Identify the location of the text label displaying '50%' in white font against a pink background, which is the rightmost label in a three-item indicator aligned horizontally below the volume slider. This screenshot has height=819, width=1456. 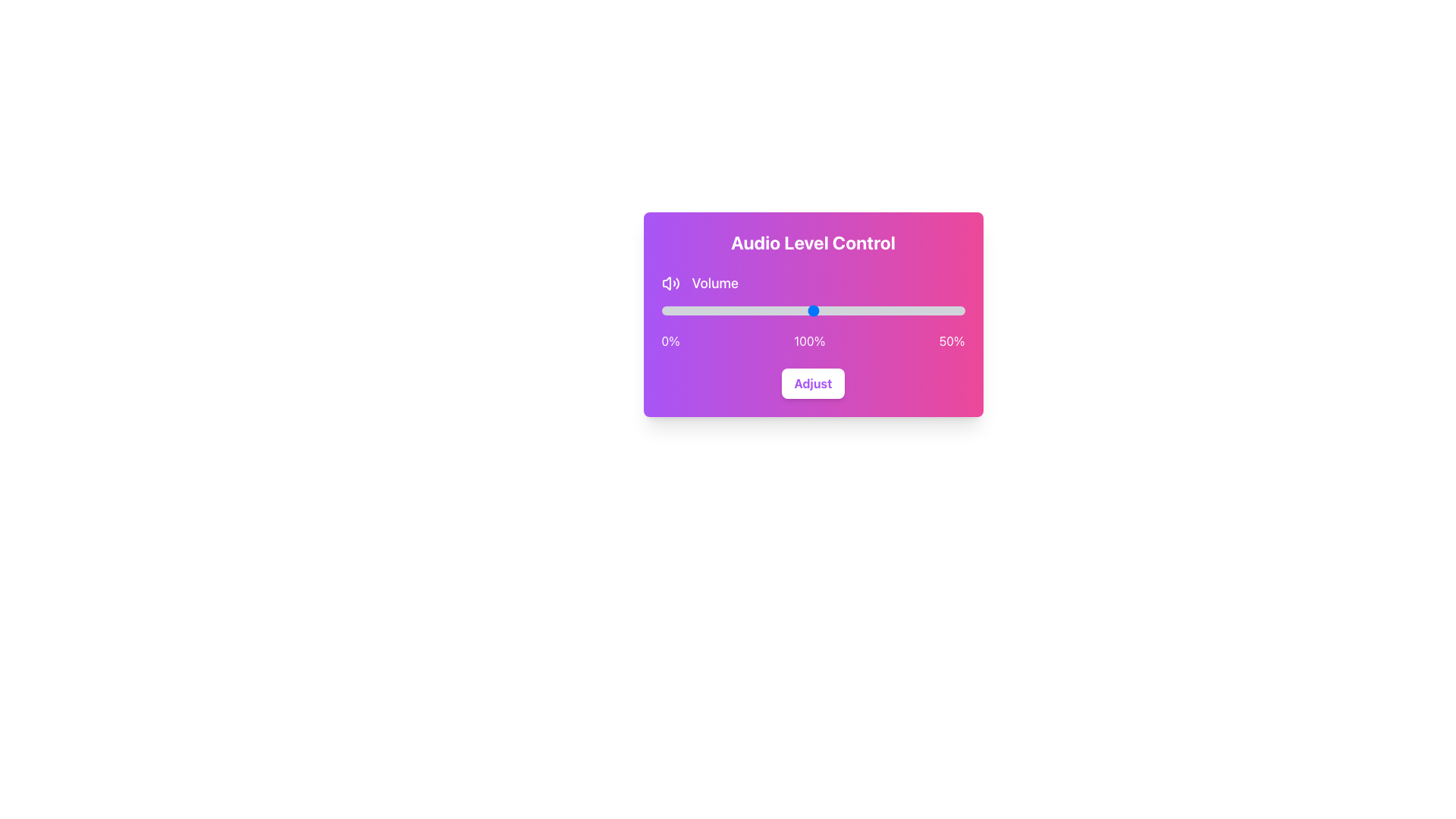
(951, 341).